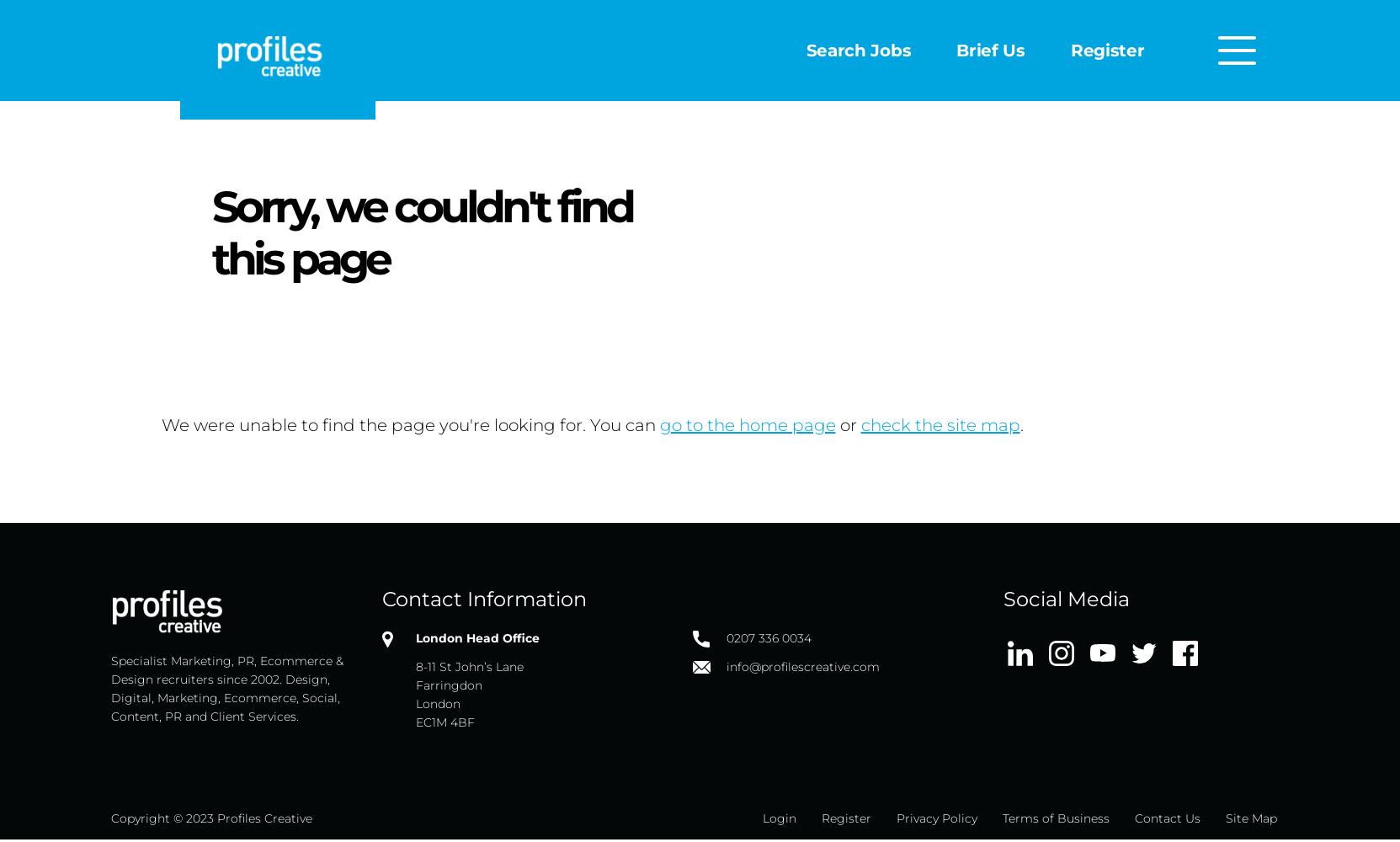  I want to click on 'Site Map', so click(1224, 818).